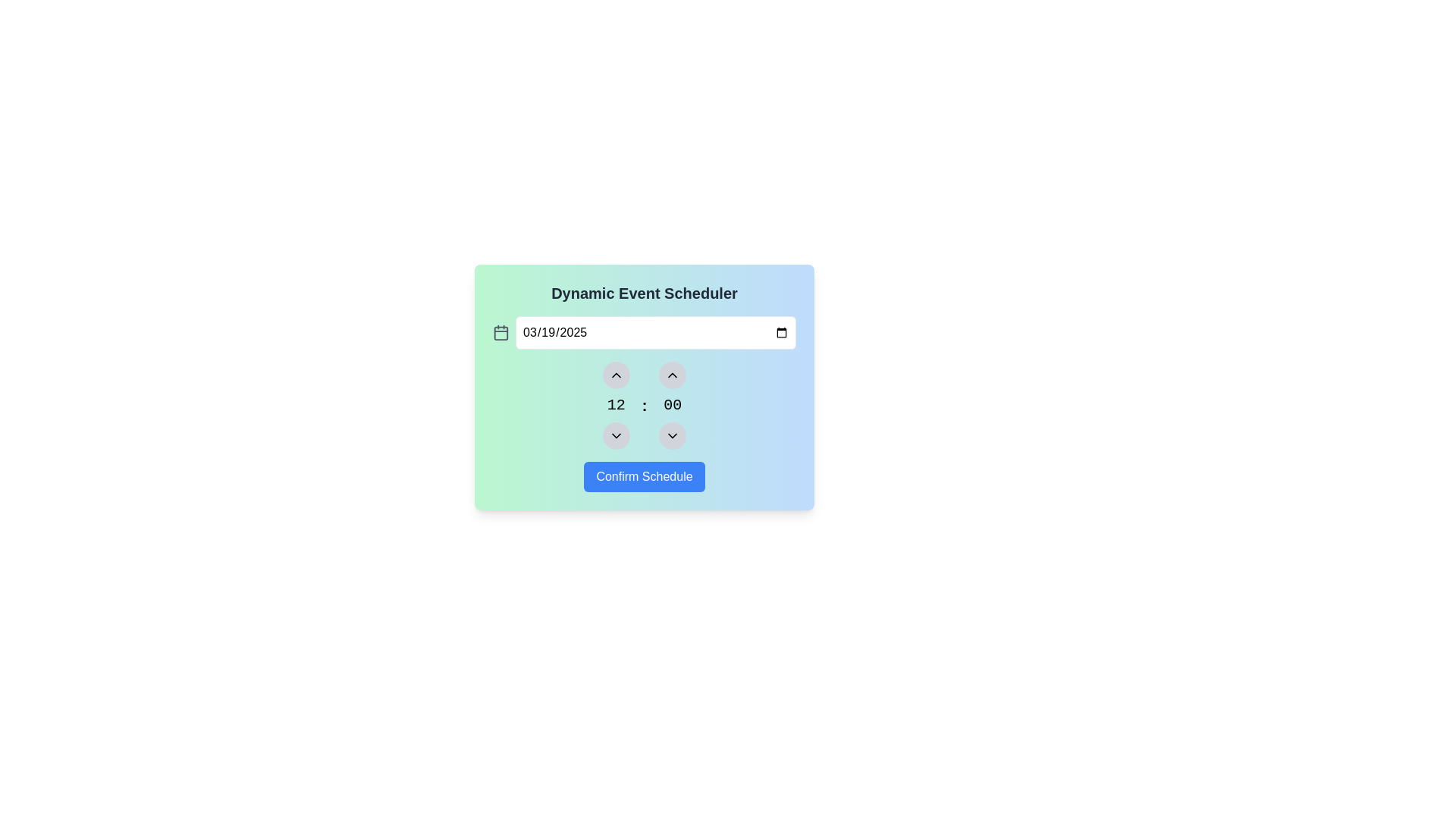 This screenshot has height=819, width=1456. Describe the element at coordinates (501, 332) in the screenshot. I see `the decorative rectangular icon component within the calendar icon, located near the top-left region of the interface, next to the date input field` at that location.